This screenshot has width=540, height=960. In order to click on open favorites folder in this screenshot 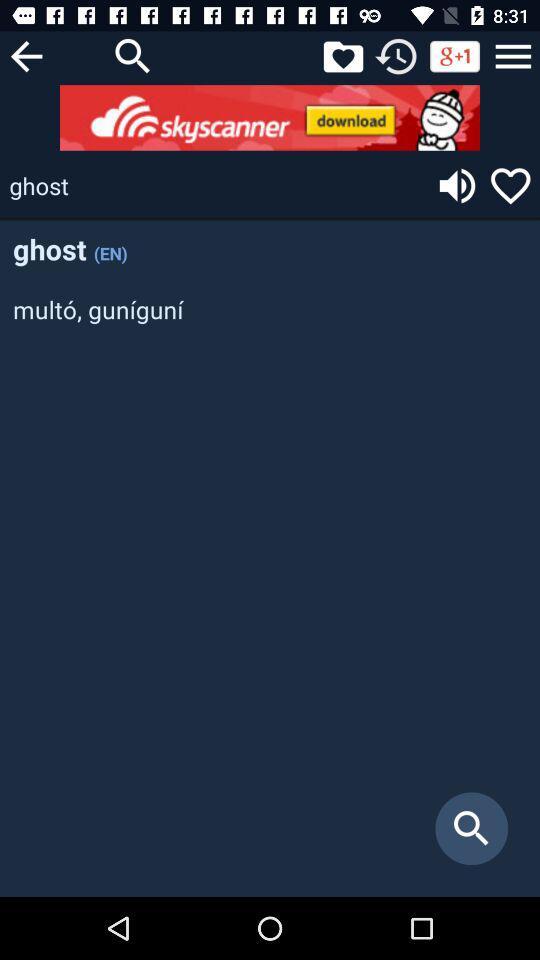, I will do `click(342, 55)`.